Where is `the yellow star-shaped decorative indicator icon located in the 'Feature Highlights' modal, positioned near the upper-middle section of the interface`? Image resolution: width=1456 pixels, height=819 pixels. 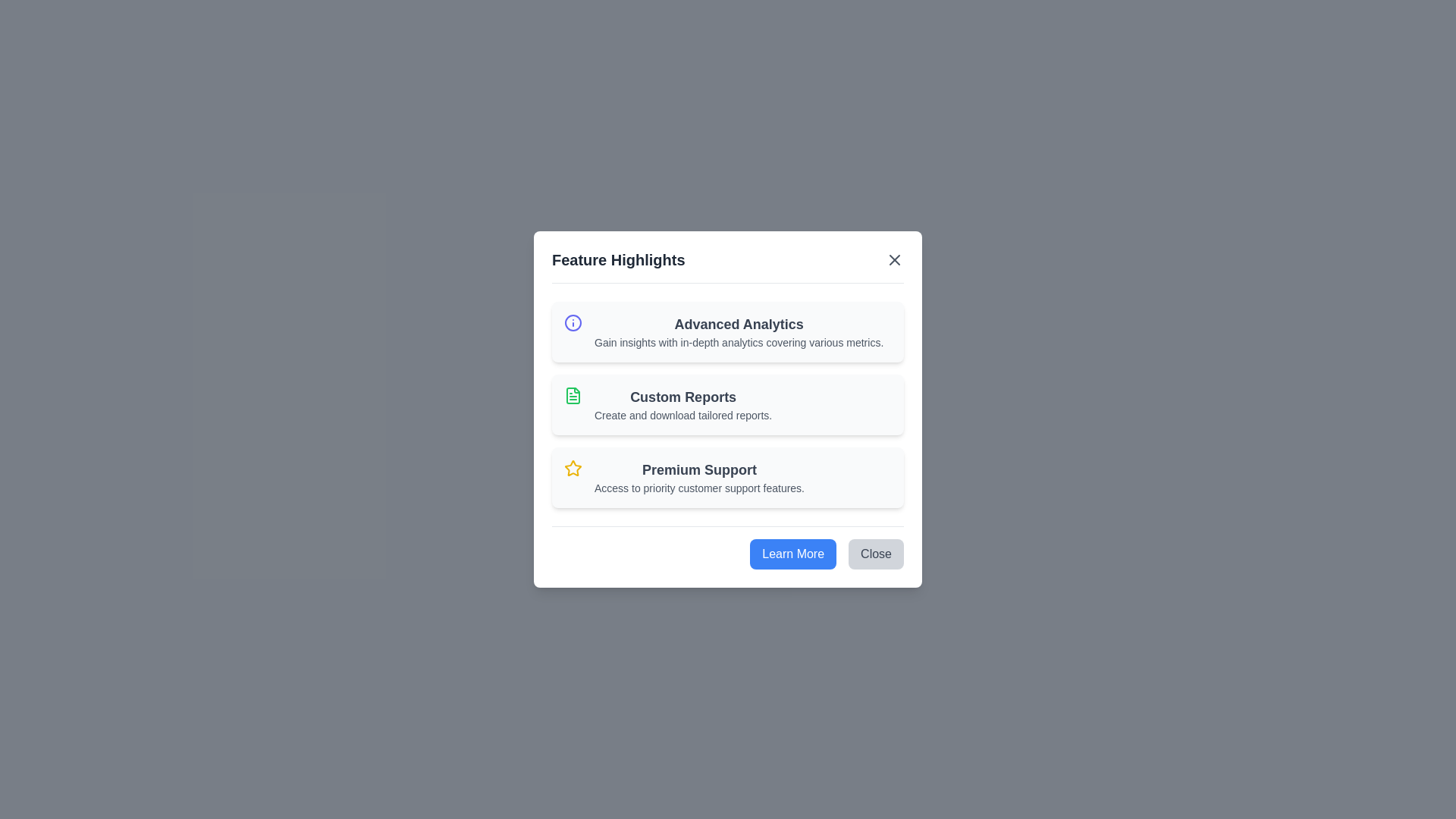
the yellow star-shaped decorative indicator icon located in the 'Feature Highlights' modal, positioned near the upper-middle section of the interface is located at coordinates (572, 467).